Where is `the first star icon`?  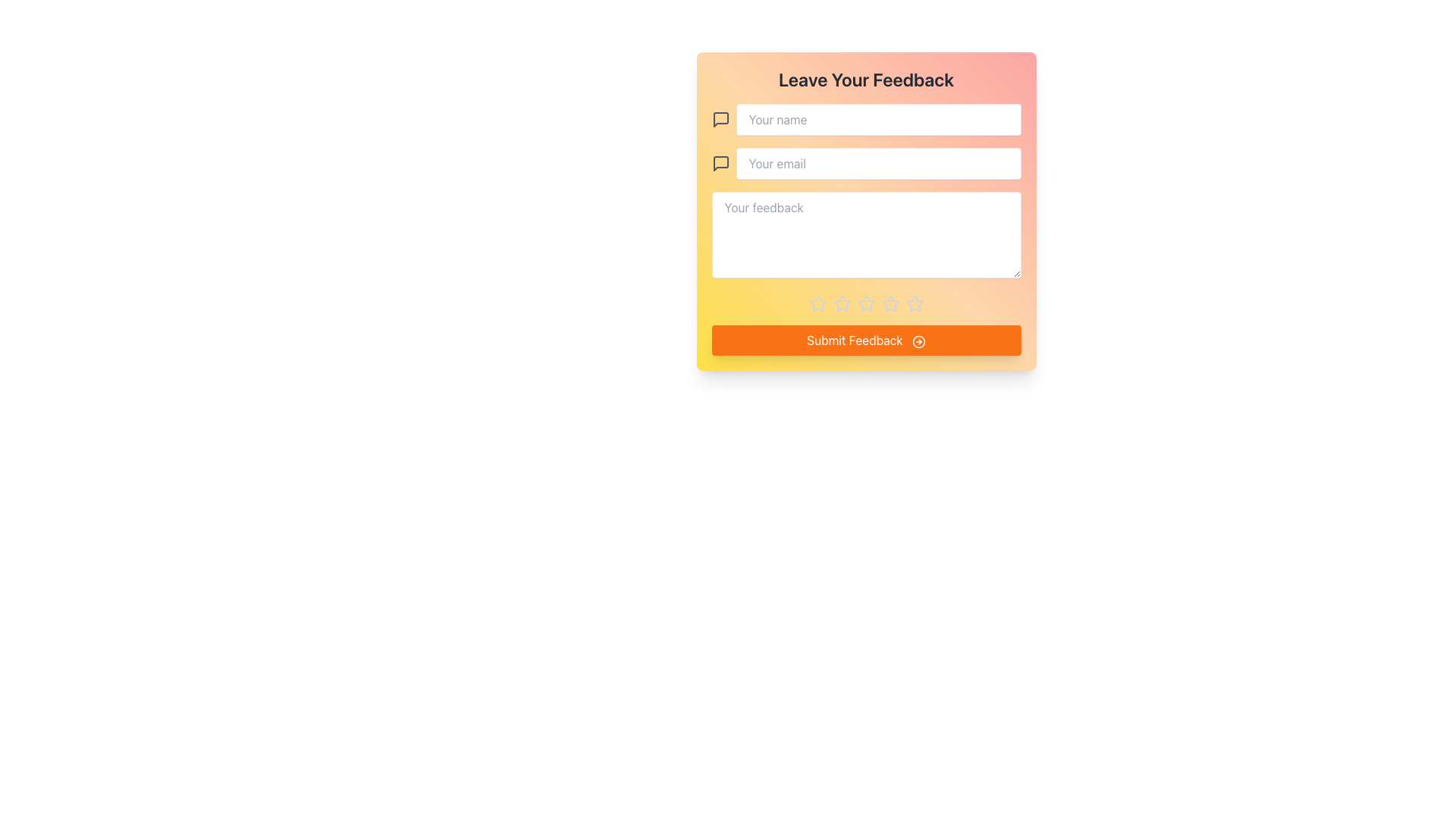
the first star icon is located at coordinates (840, 303).